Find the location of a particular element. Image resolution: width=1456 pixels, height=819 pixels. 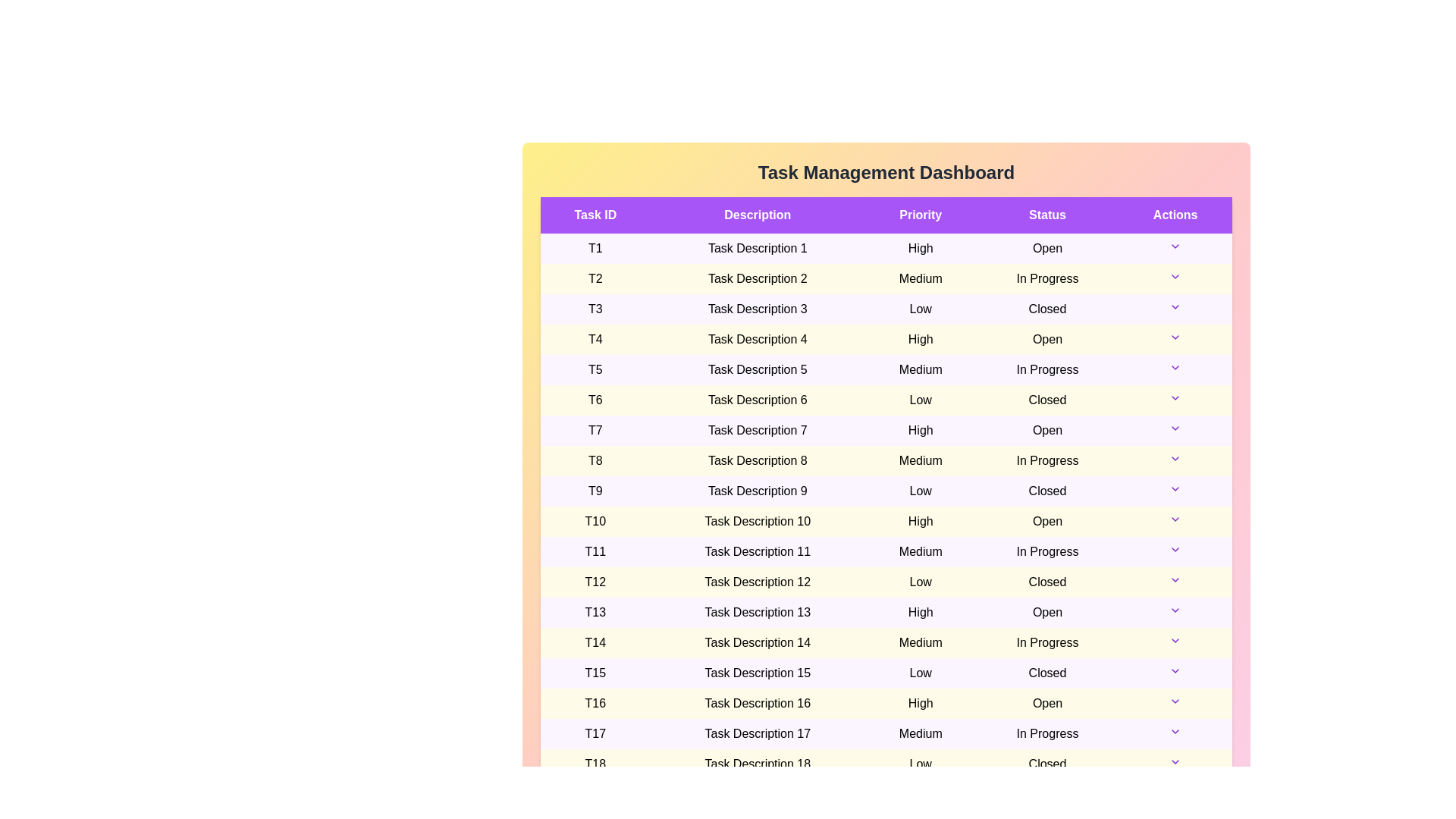

the table header Actions to sort the table by that column is located at coordinates (1175, 215).